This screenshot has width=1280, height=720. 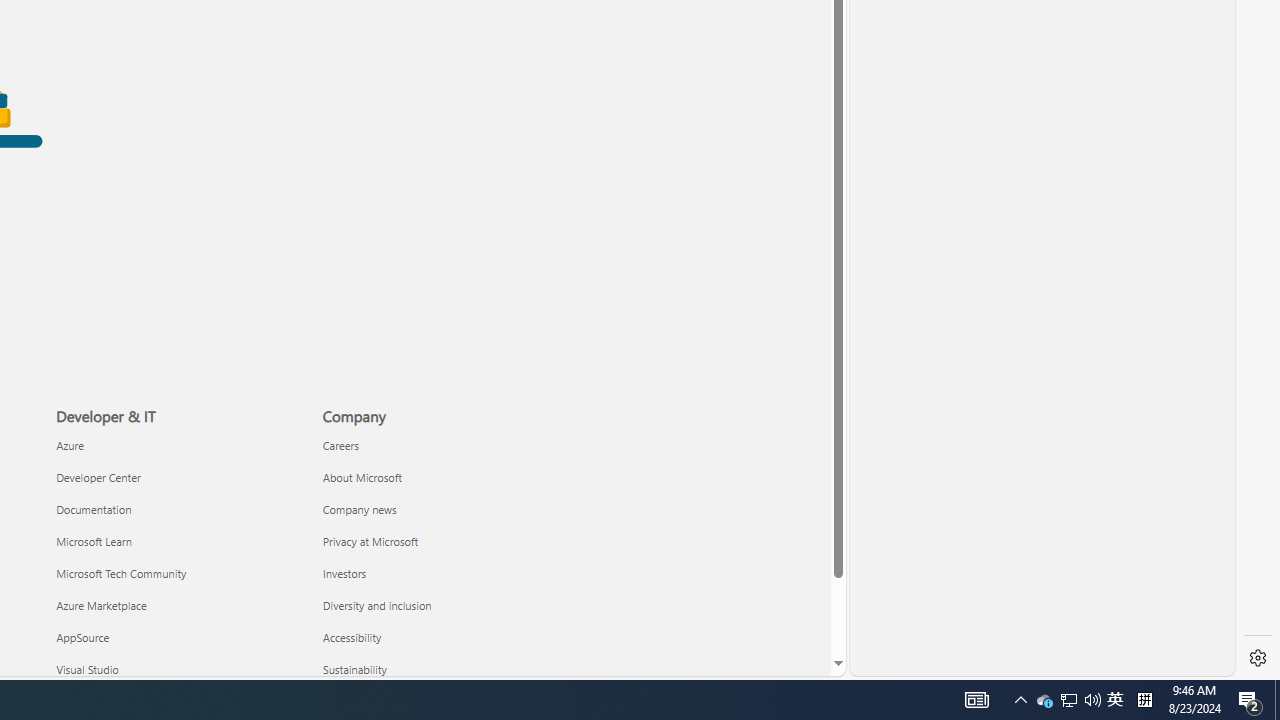 I want to click on 'About Microsoft Company', so click(x=362, y=477).